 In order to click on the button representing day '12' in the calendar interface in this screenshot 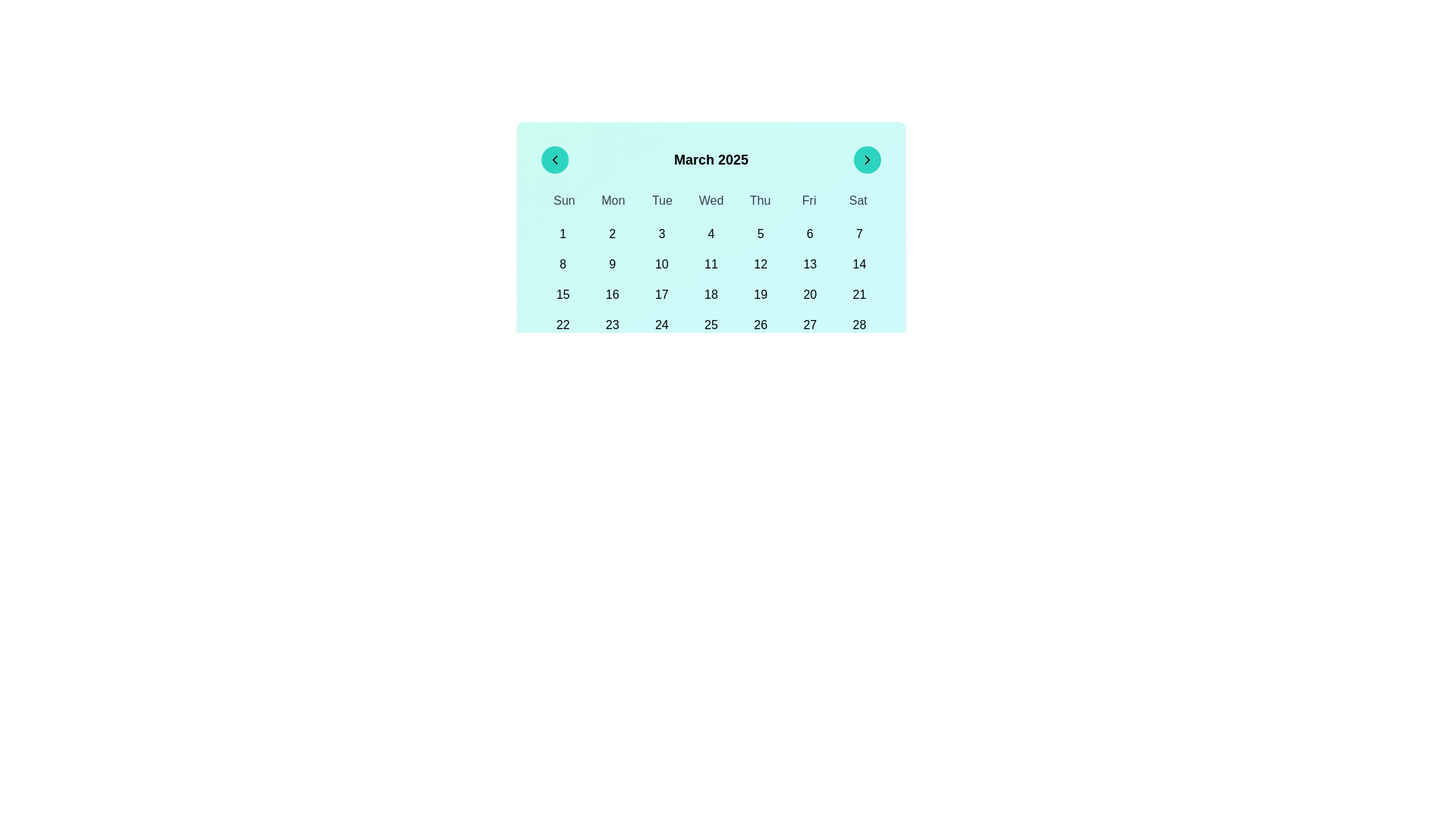, I will do `click(761, 263)`.